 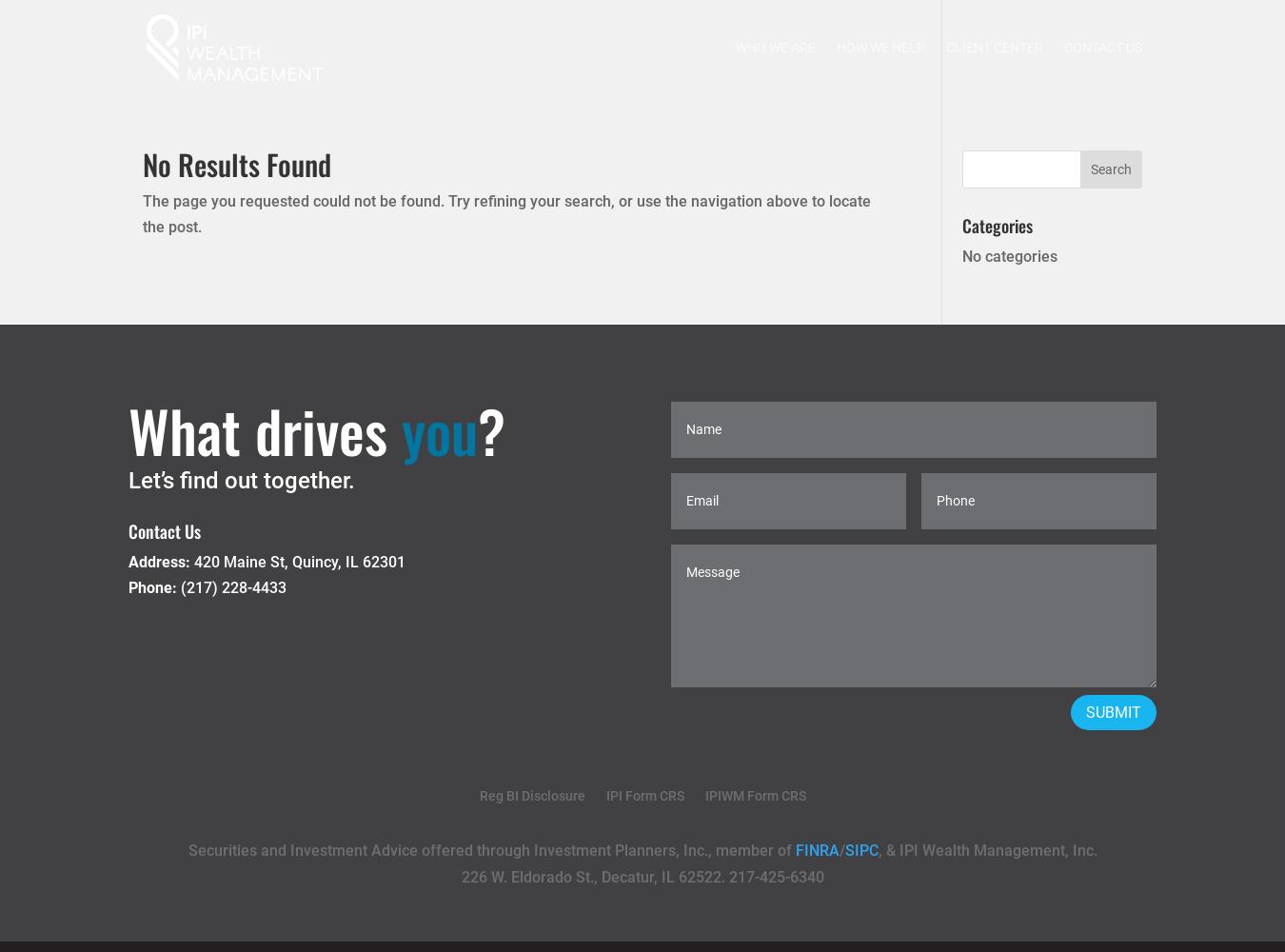 What do you see at coordinates (152, 586) in the screenshot?
I see `'Phone:'` at bounding box center [152, 586].